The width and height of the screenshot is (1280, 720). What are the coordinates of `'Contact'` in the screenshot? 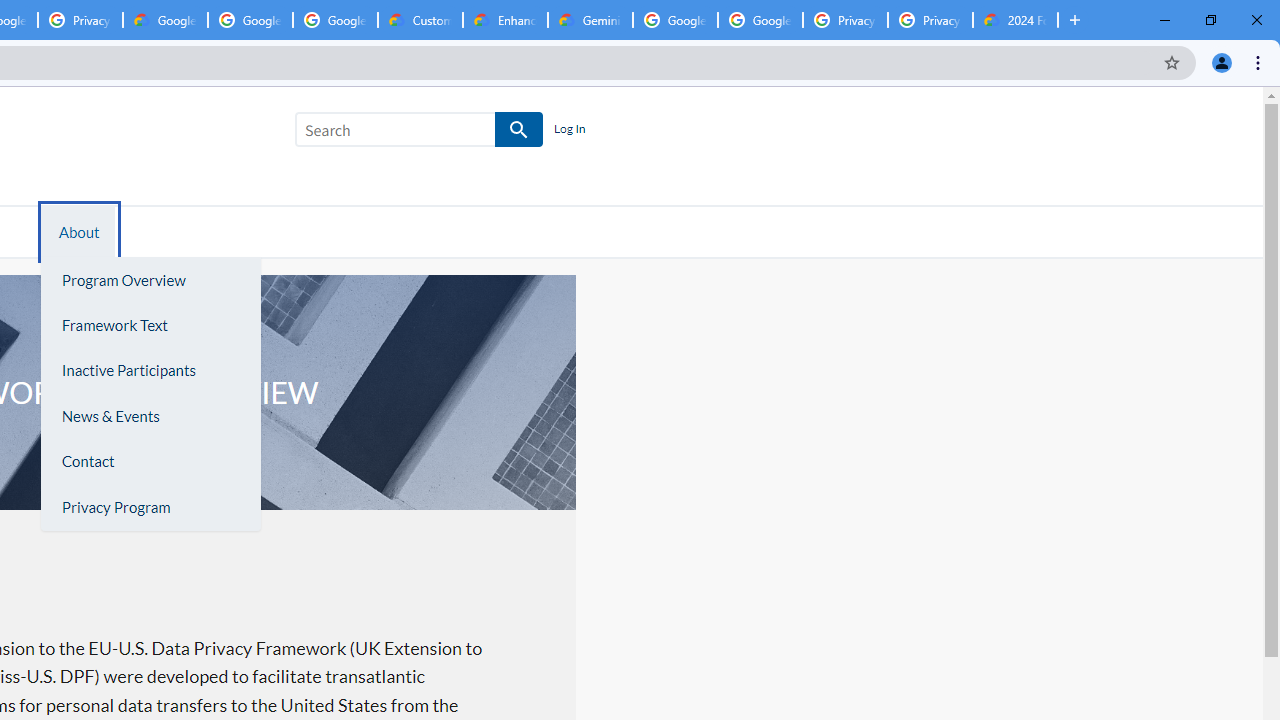 It's located at (149, 462).